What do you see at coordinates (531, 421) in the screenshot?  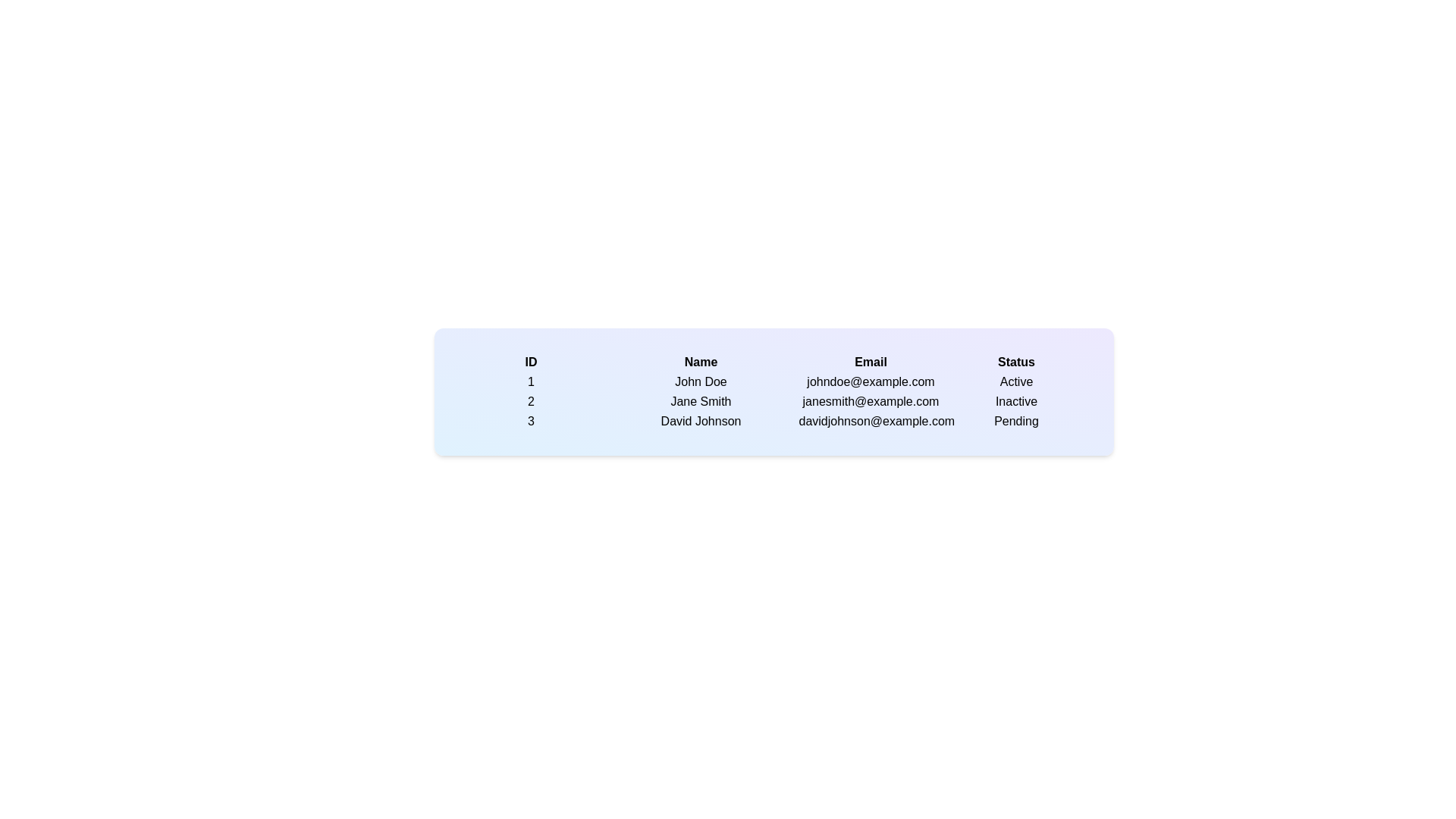 I see `the row corresponding to user 3` at bounding box center [531, 421].